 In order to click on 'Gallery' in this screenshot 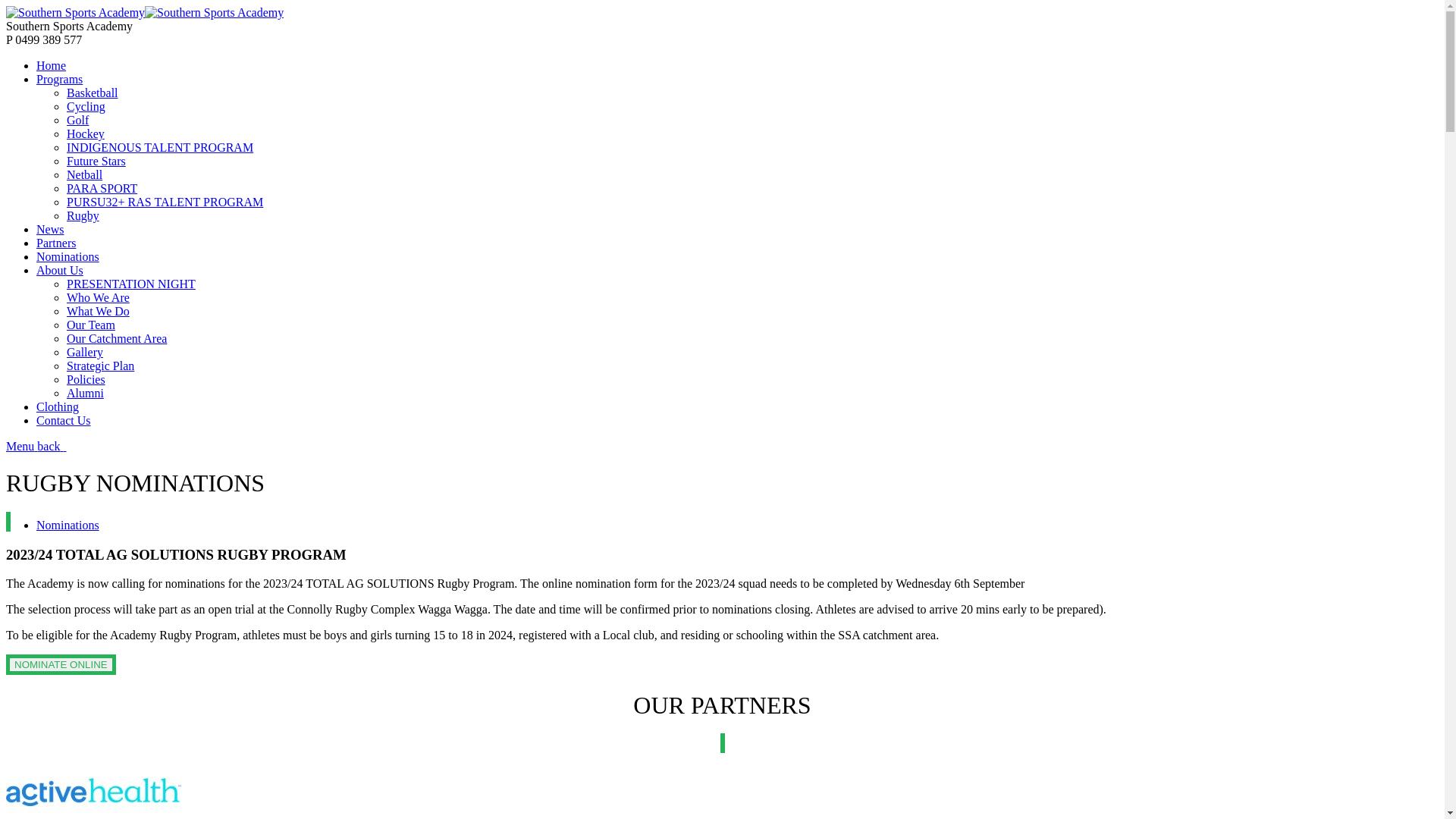, I will do `click(83, 352)`.